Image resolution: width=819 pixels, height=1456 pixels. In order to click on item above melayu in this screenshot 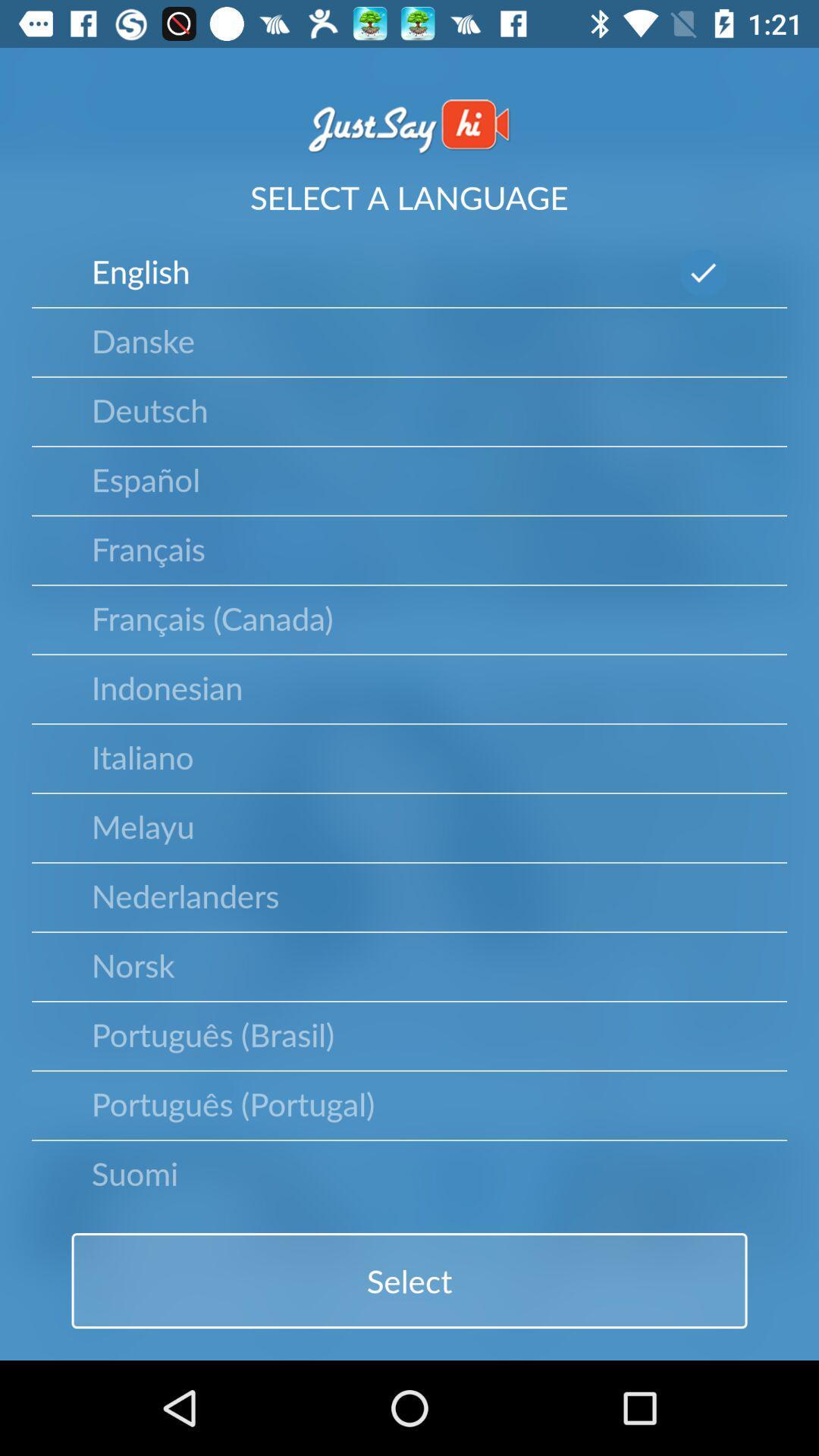, I will do `click(143, 756)`.